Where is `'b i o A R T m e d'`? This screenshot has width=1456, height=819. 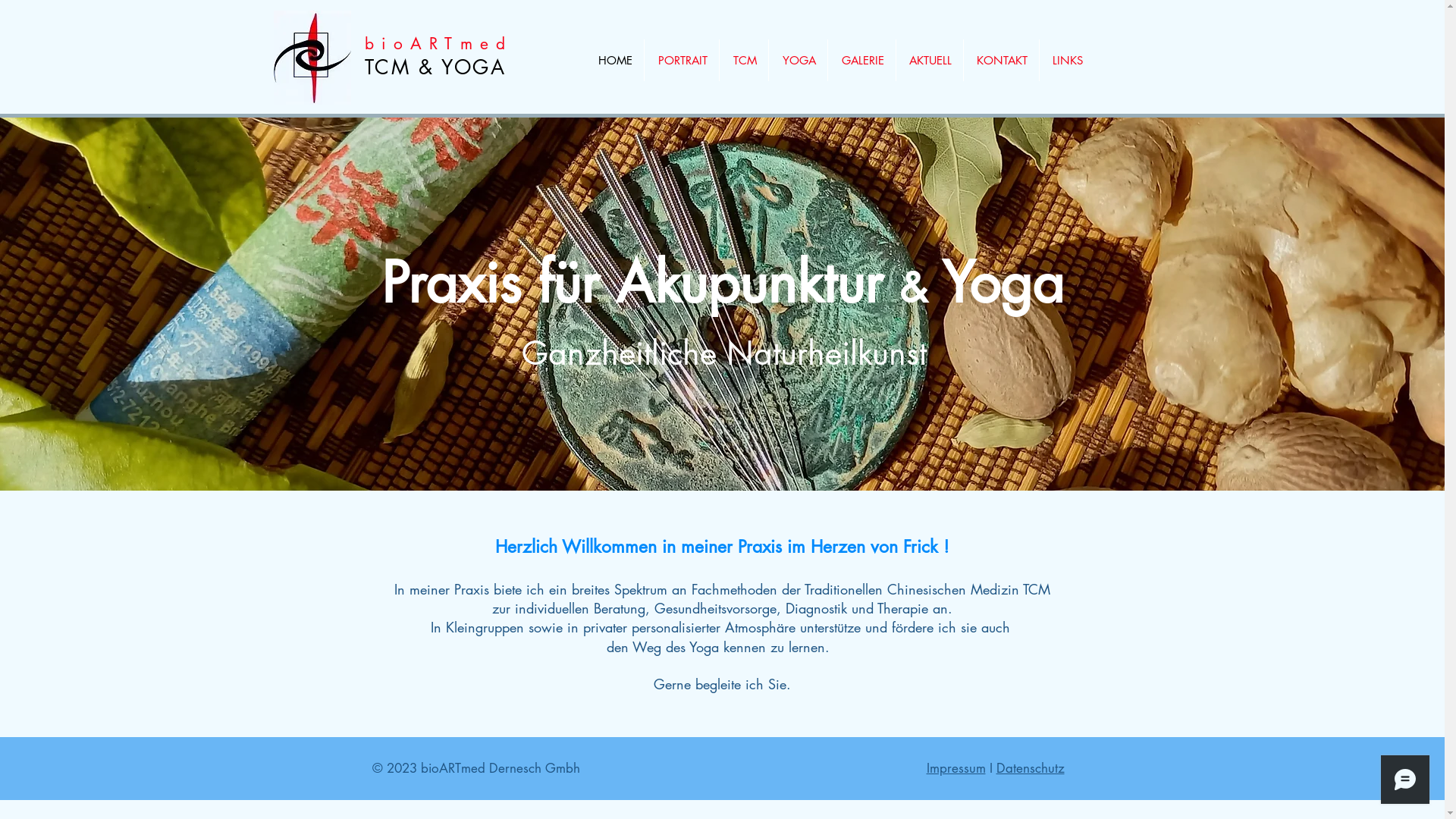
'b i o A R T m e d' is located at coordinates (435, 42).